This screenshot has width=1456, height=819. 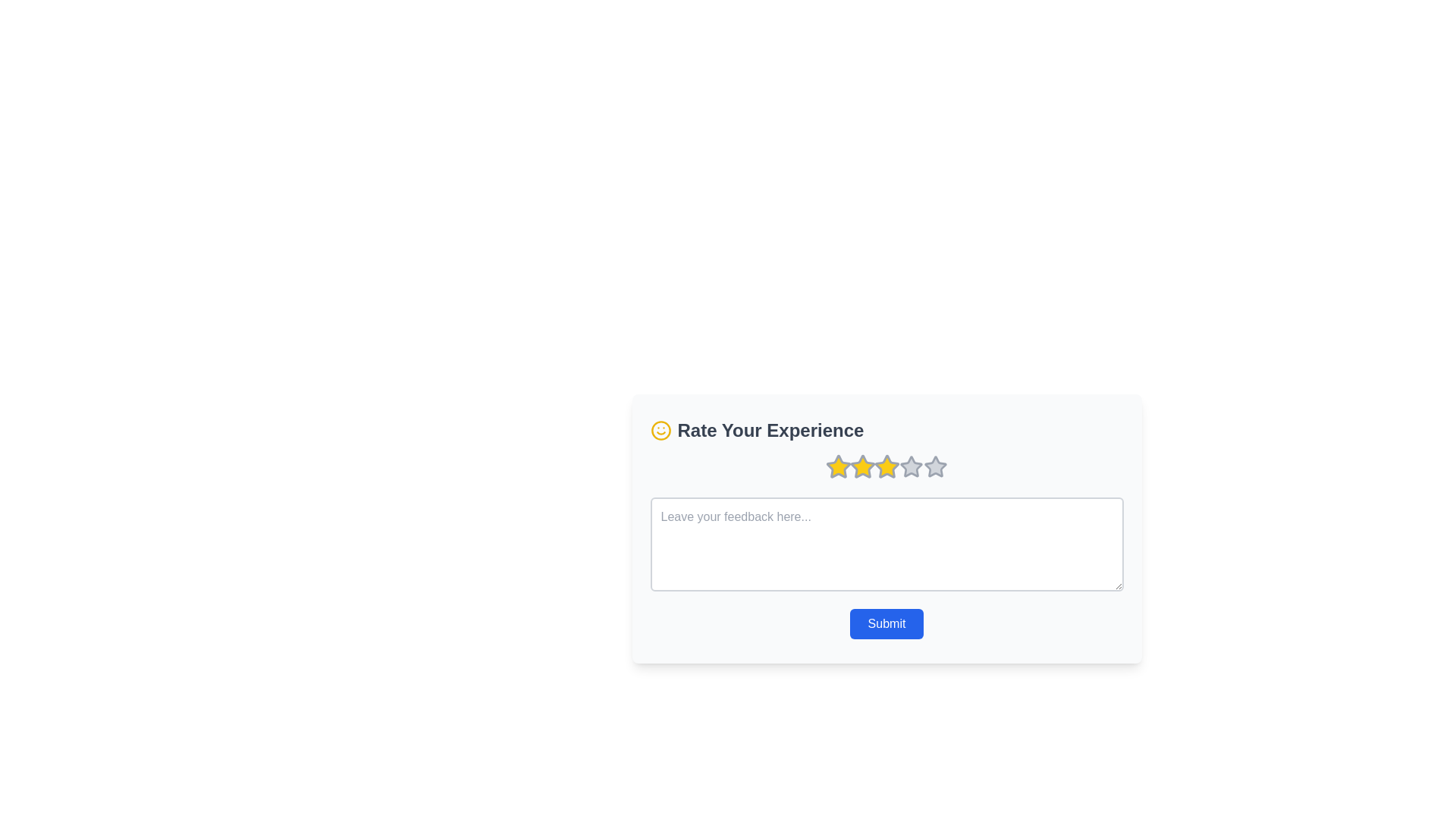 I want to click on the third star icon in the horizontal rating component, so click(x=862, y=466).